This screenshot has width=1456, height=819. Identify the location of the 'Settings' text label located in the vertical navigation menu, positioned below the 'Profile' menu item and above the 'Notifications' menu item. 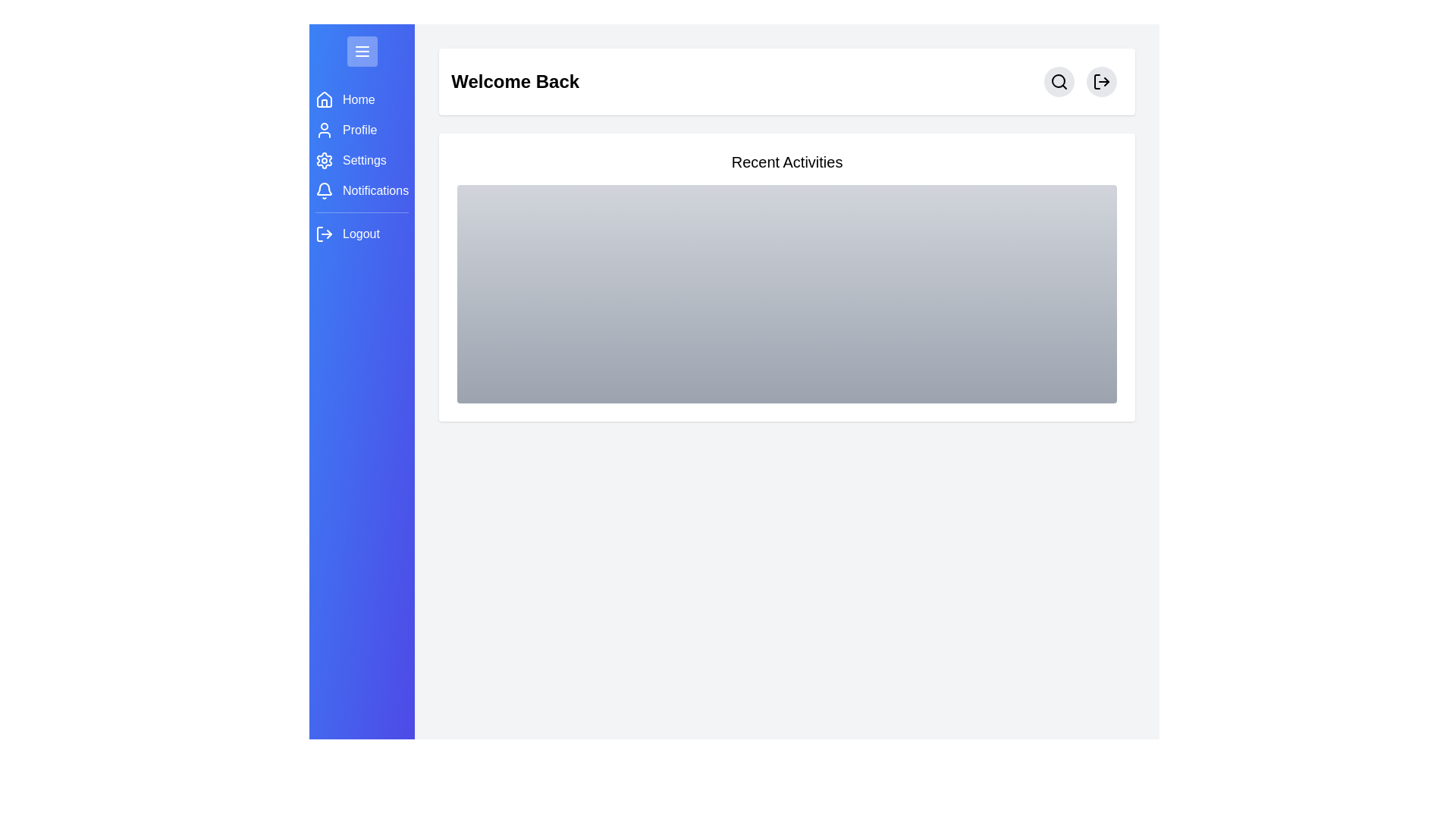
(364, 161).